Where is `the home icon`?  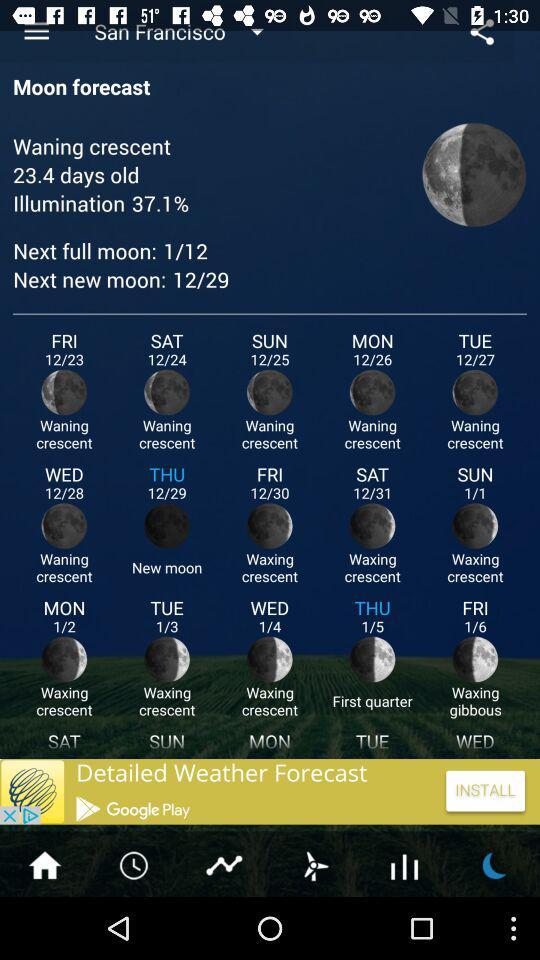 the home icon is located at coordinates (44, 925).